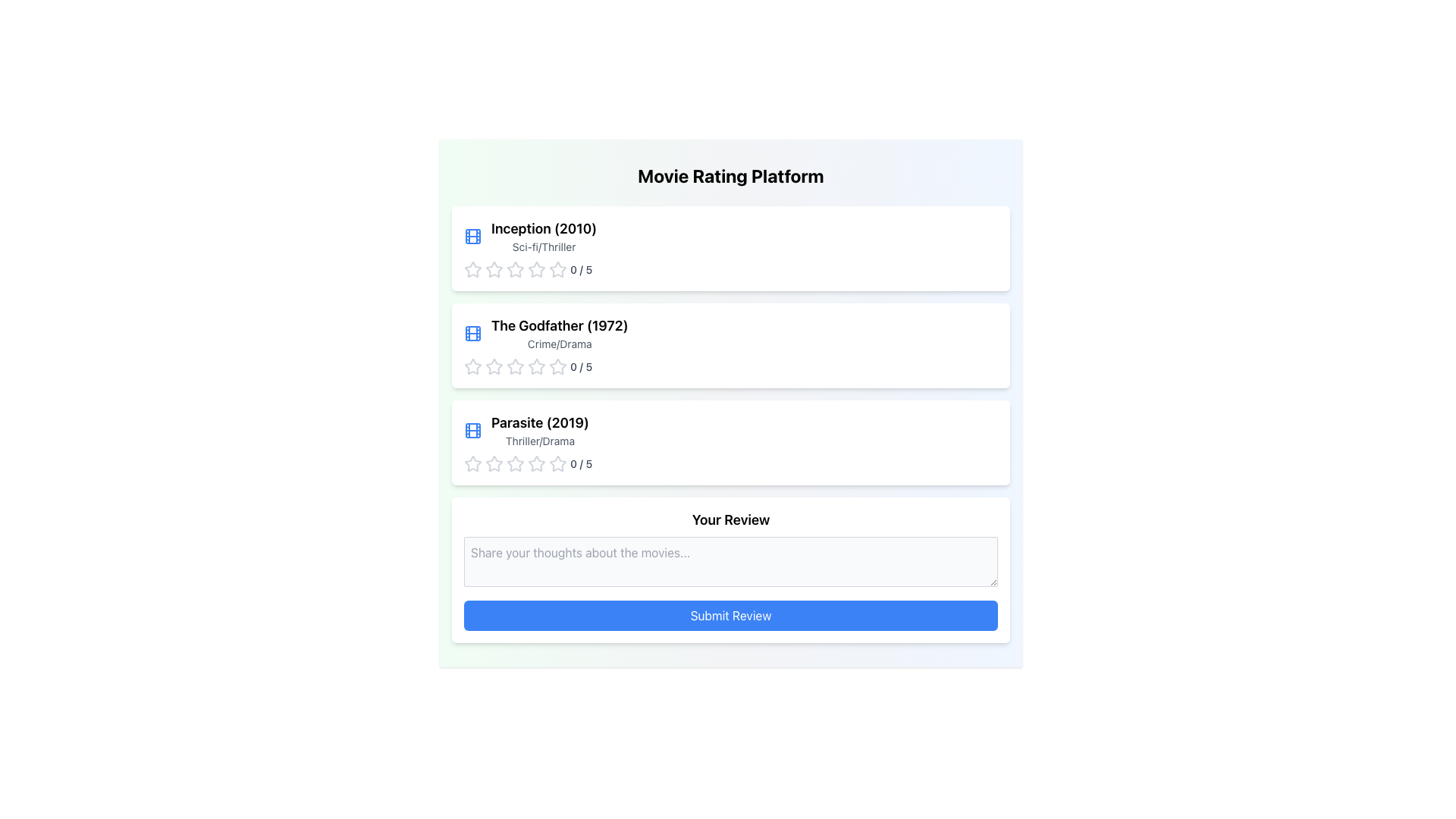 Image resolution: width=1456 pixels, height=819 pixels. What do you see at coordinates (516, 463) in the screenshot?
I see `the fourth star icon in the 5-star rating system located below the text 'Parasite (2019)'` at bounding box center [516, 463].